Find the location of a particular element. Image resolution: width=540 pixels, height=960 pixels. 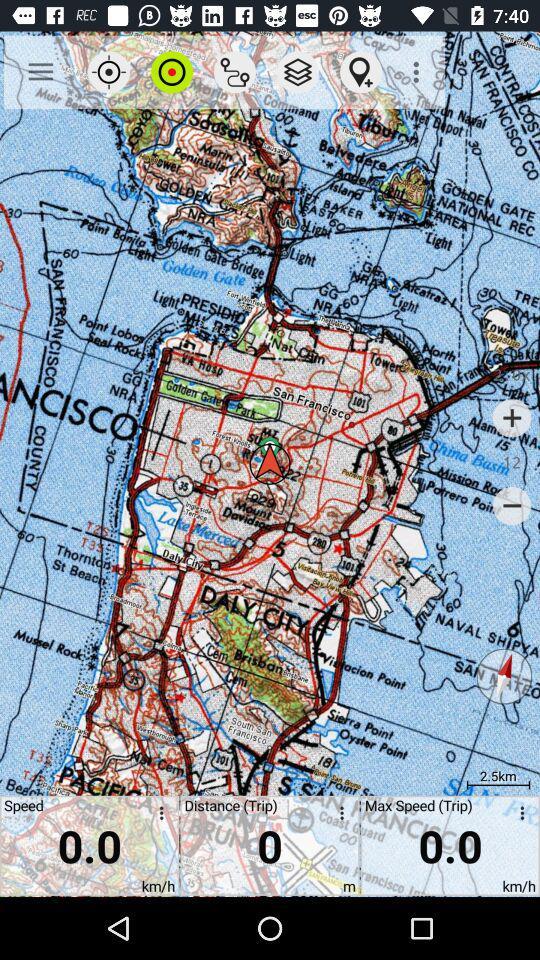

icon above 12 item is located at coordinates (512, 417).